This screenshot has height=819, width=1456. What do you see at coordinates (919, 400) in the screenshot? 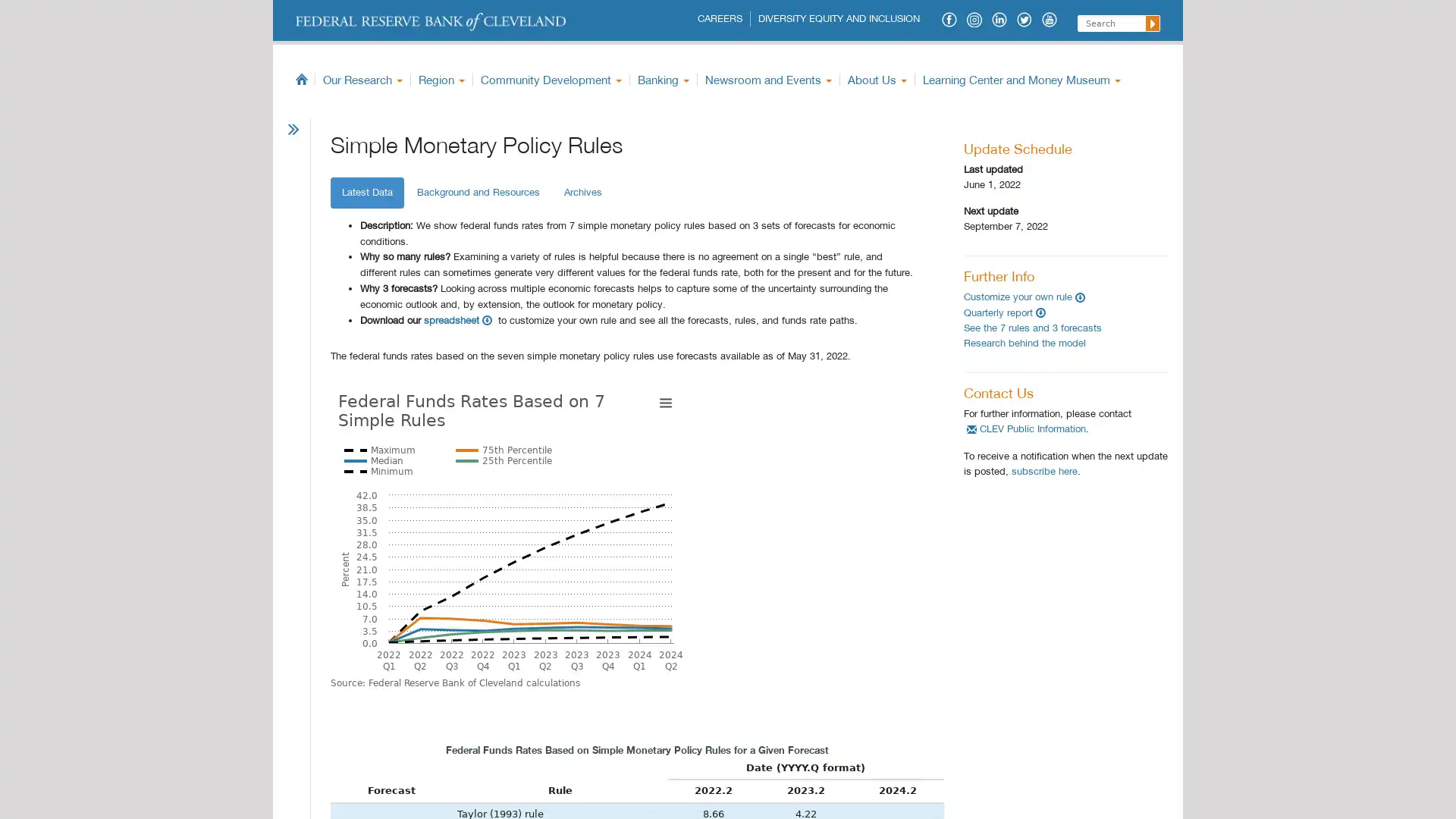
I see `View export menu` at bounding box center [919, 400].